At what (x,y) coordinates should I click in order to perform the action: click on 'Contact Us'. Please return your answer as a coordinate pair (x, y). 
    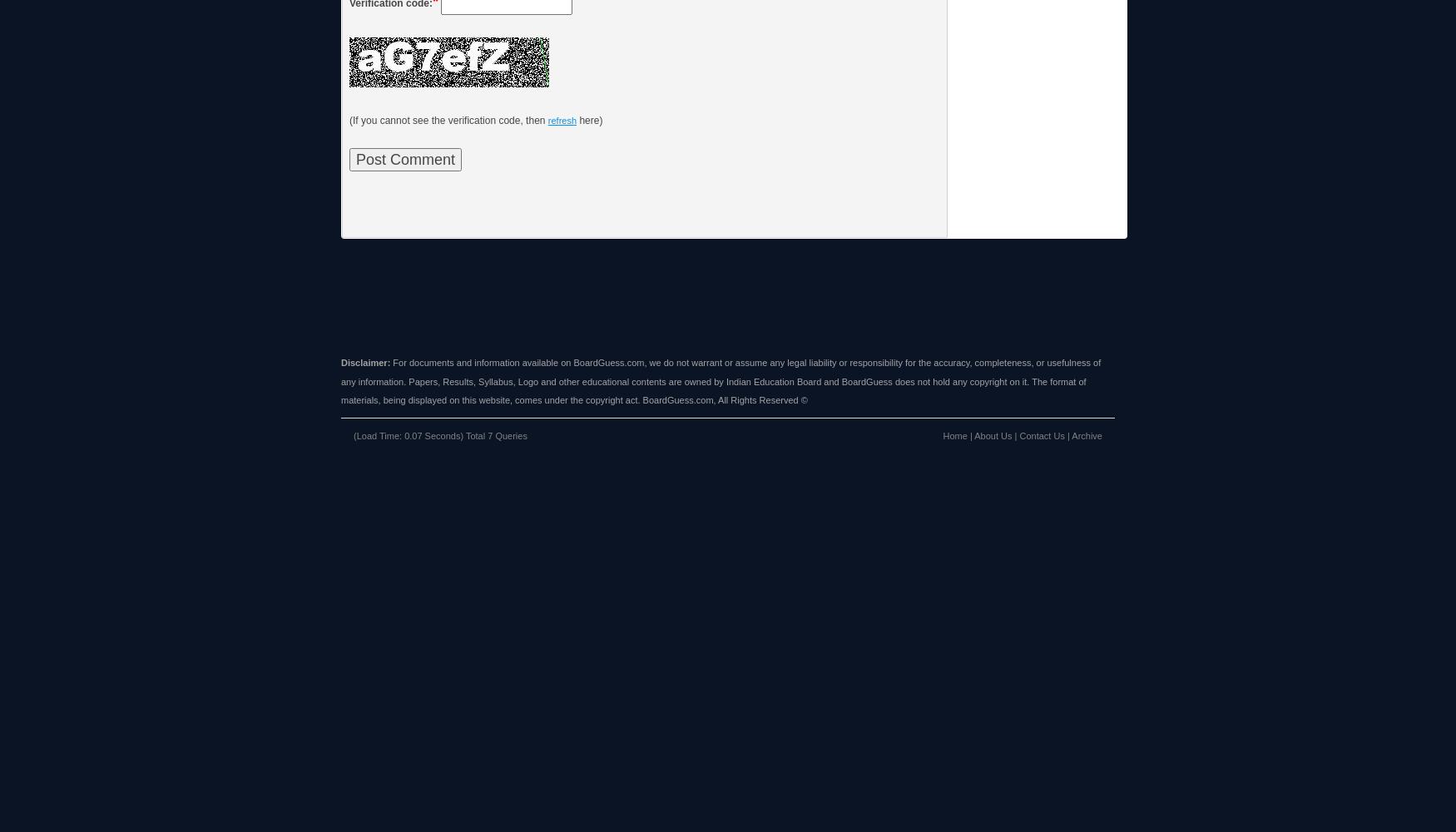
    Looking at the image, I should click on (1040, 435).